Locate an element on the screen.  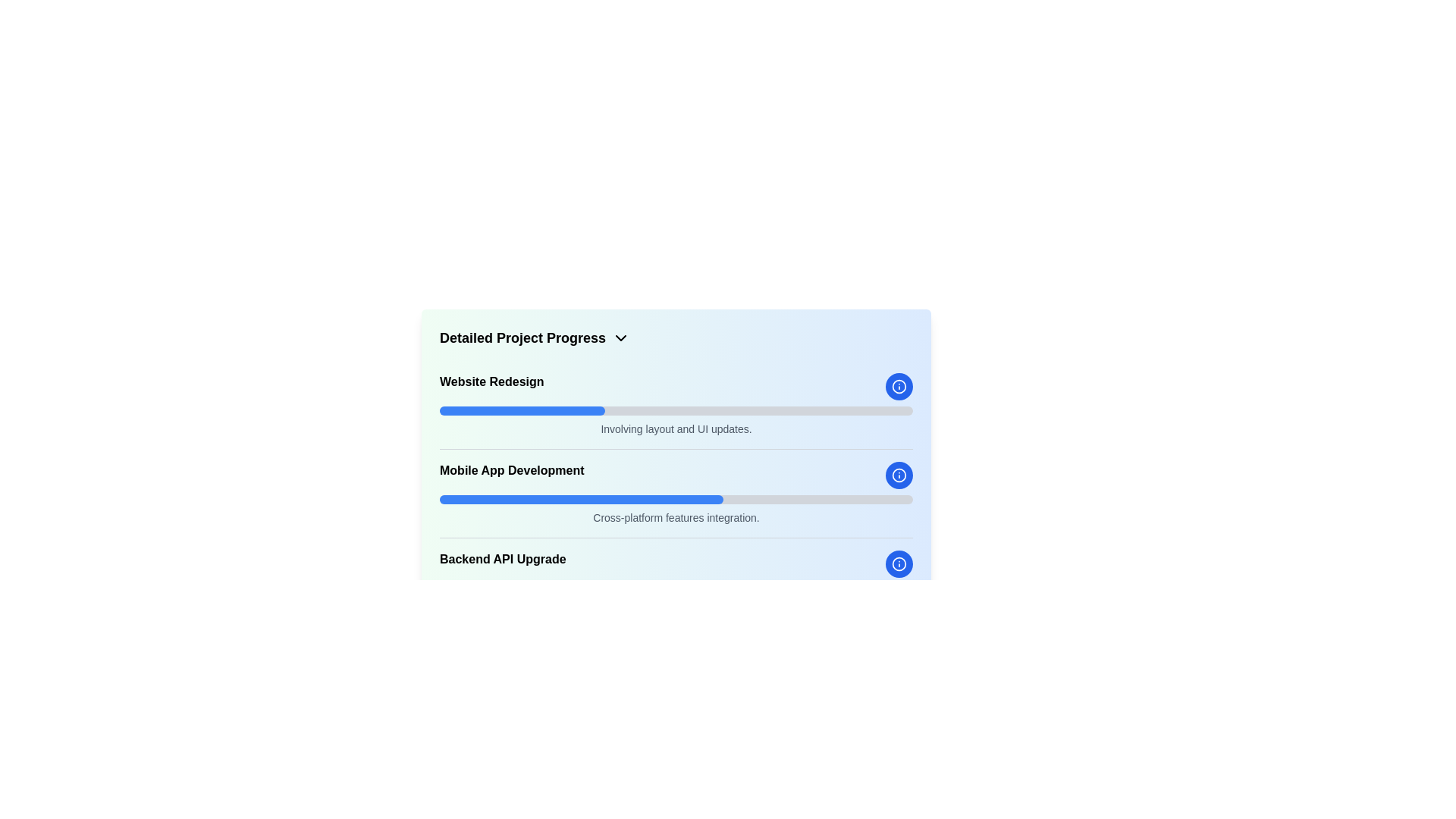
progress bar value is located at coordinates (680, 500).